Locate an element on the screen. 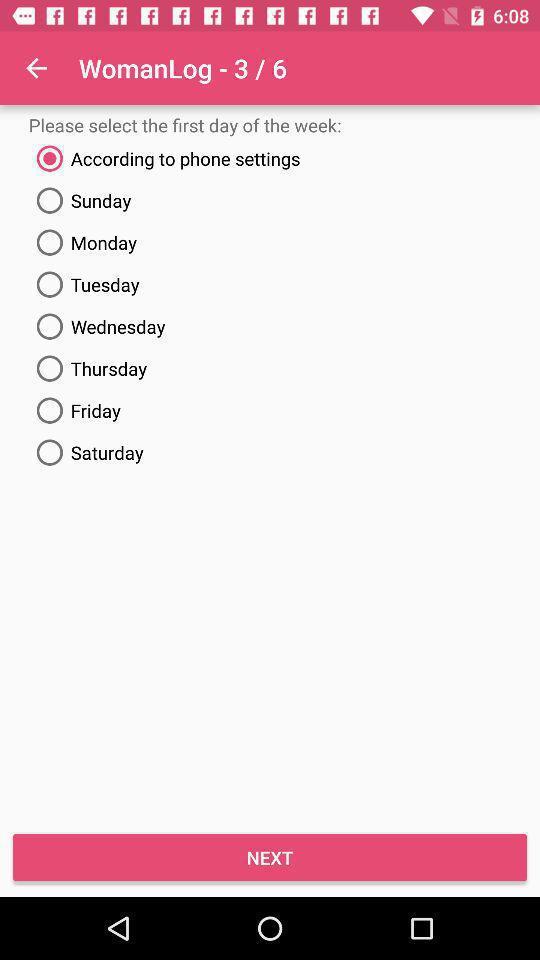 This screenshot has height=960, width=540. the item below the thursday icon is located at coordinates (270, 409).